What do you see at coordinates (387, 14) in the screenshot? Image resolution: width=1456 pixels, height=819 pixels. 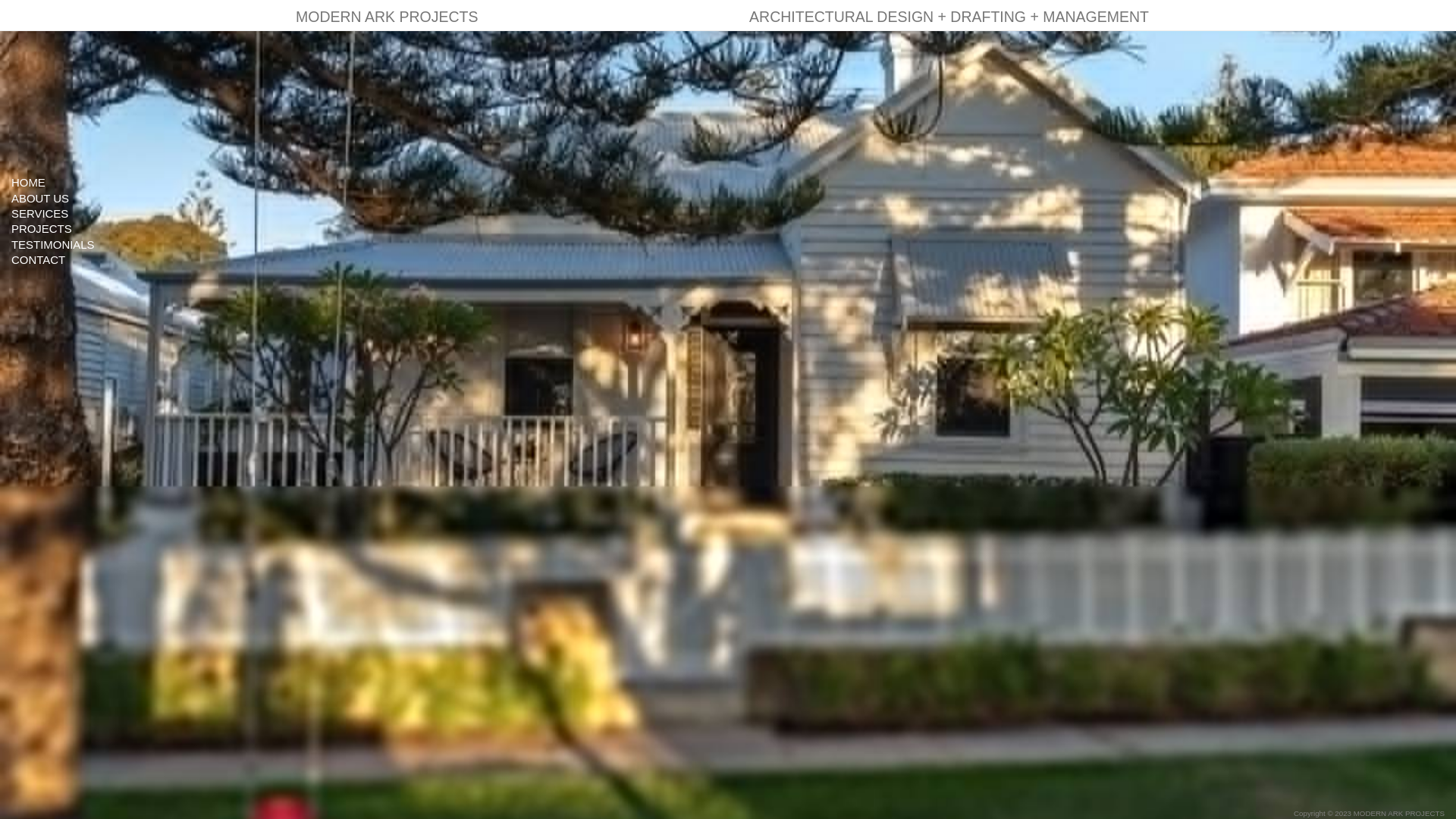 I see `'MODERN ARK PROJECTS'` at bounding box center [387, 14].